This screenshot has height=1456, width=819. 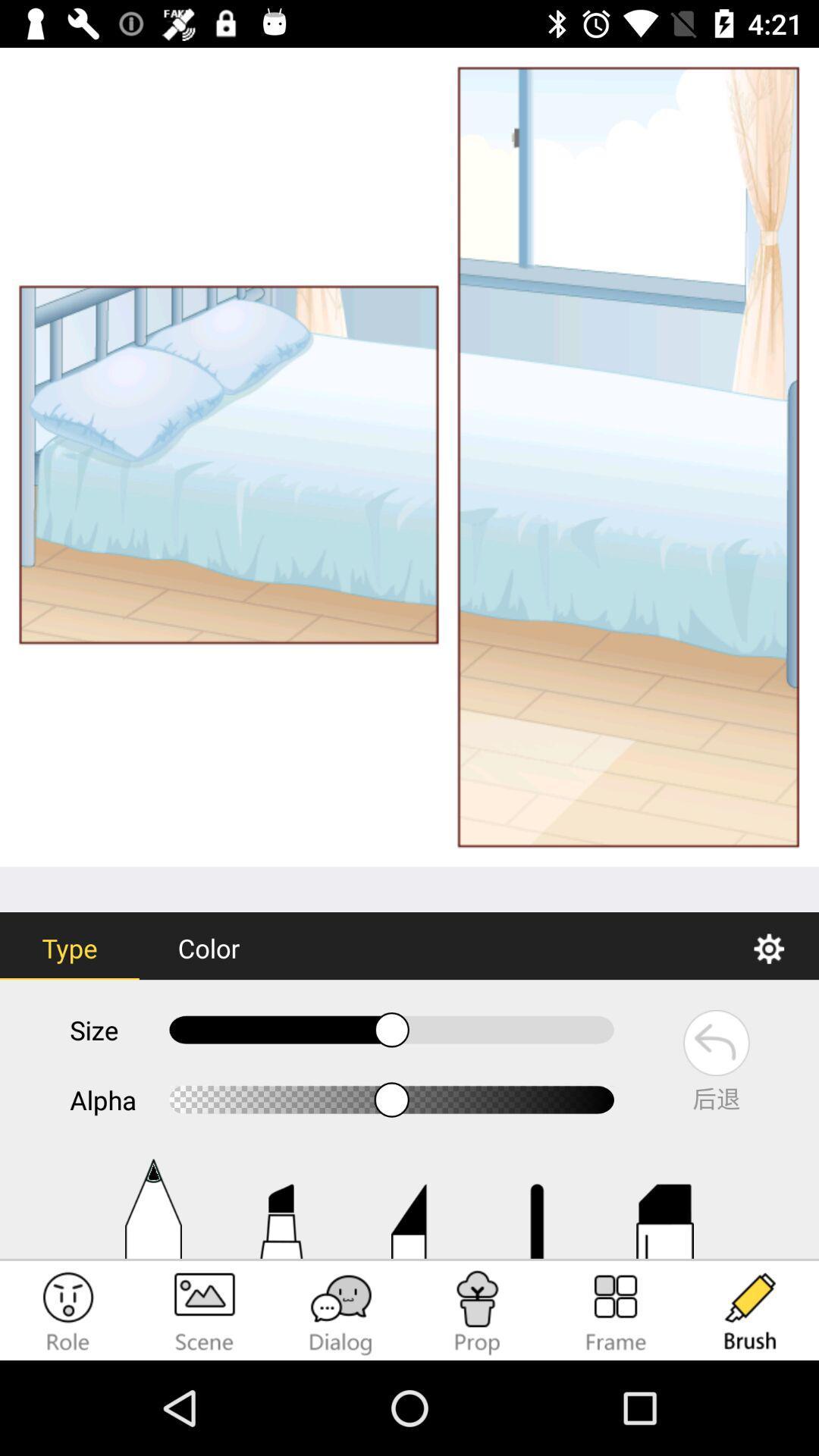 What do you see at coordinates (205, 1312) in the screenshot?
I see `the wallpaper icon` at bounding box center [205, 1312].